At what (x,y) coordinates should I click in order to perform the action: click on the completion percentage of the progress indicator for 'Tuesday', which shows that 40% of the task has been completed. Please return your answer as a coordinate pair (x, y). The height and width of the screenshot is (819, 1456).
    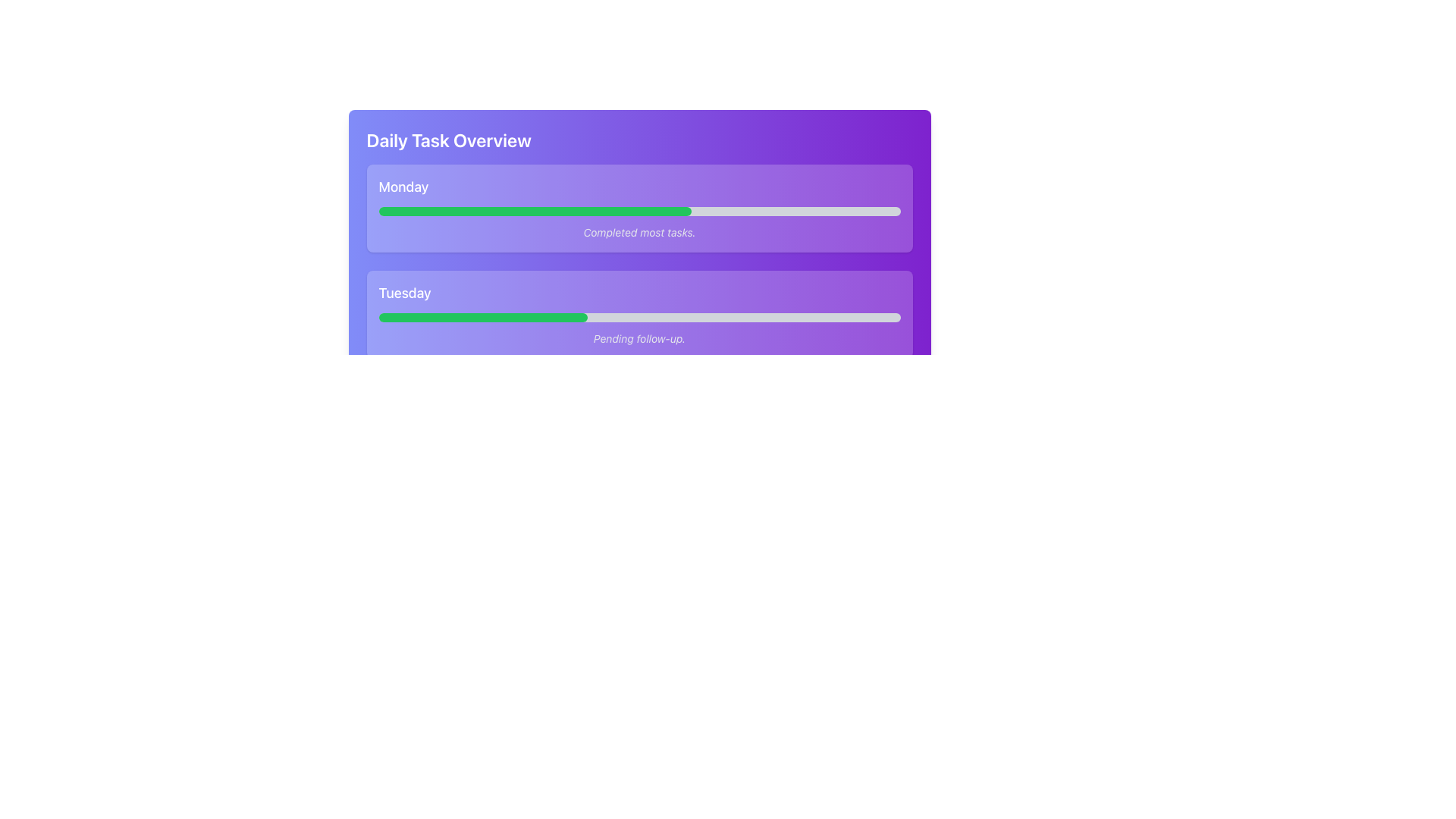
    Looking at the image, I should click on (482, 317).